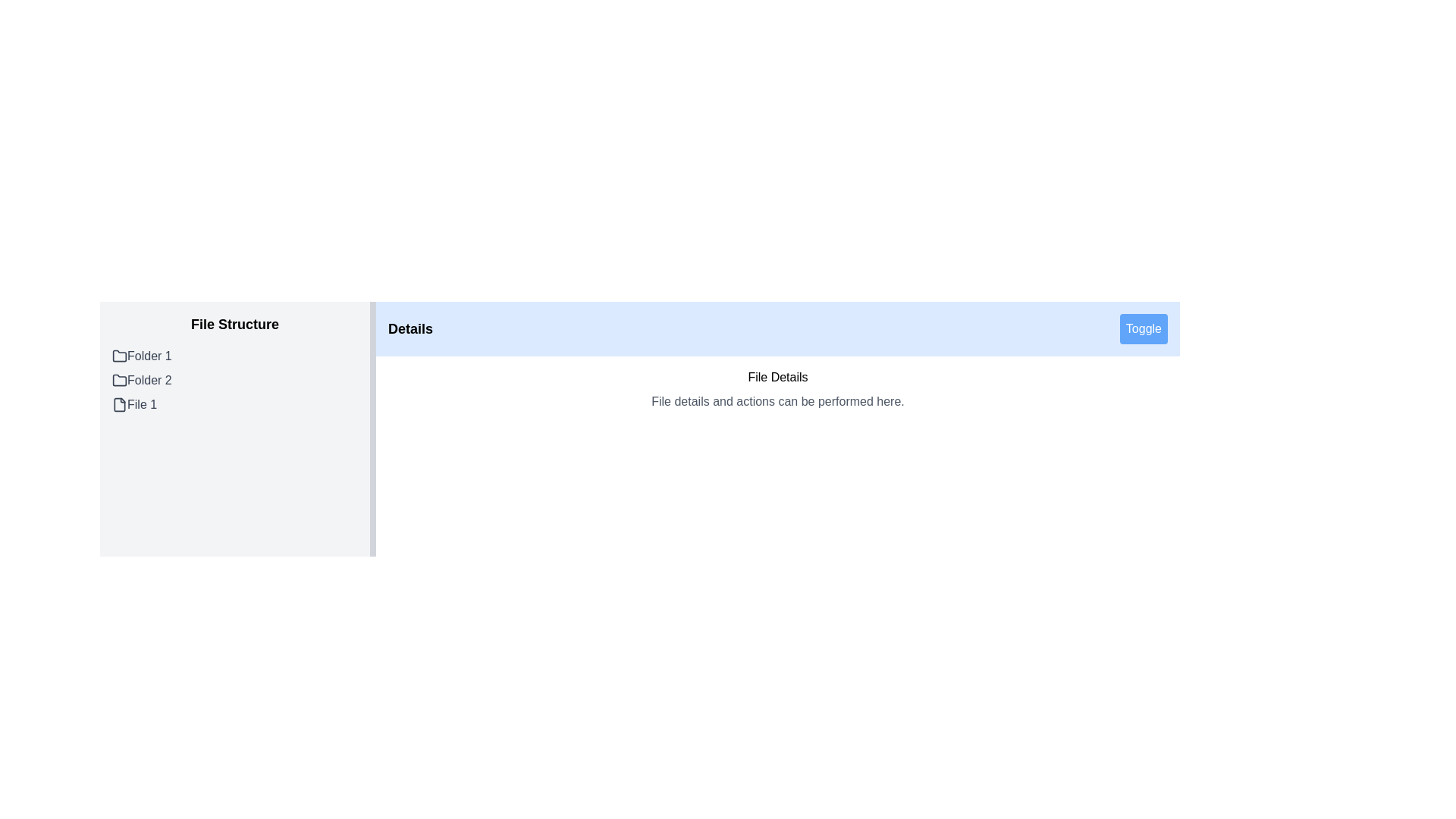 This screenshot has height=819, width=1456. I want to click on the non-interactive informative label located directly beneath the 'File Details' heading in the 'Details' section, so click(778, 400).